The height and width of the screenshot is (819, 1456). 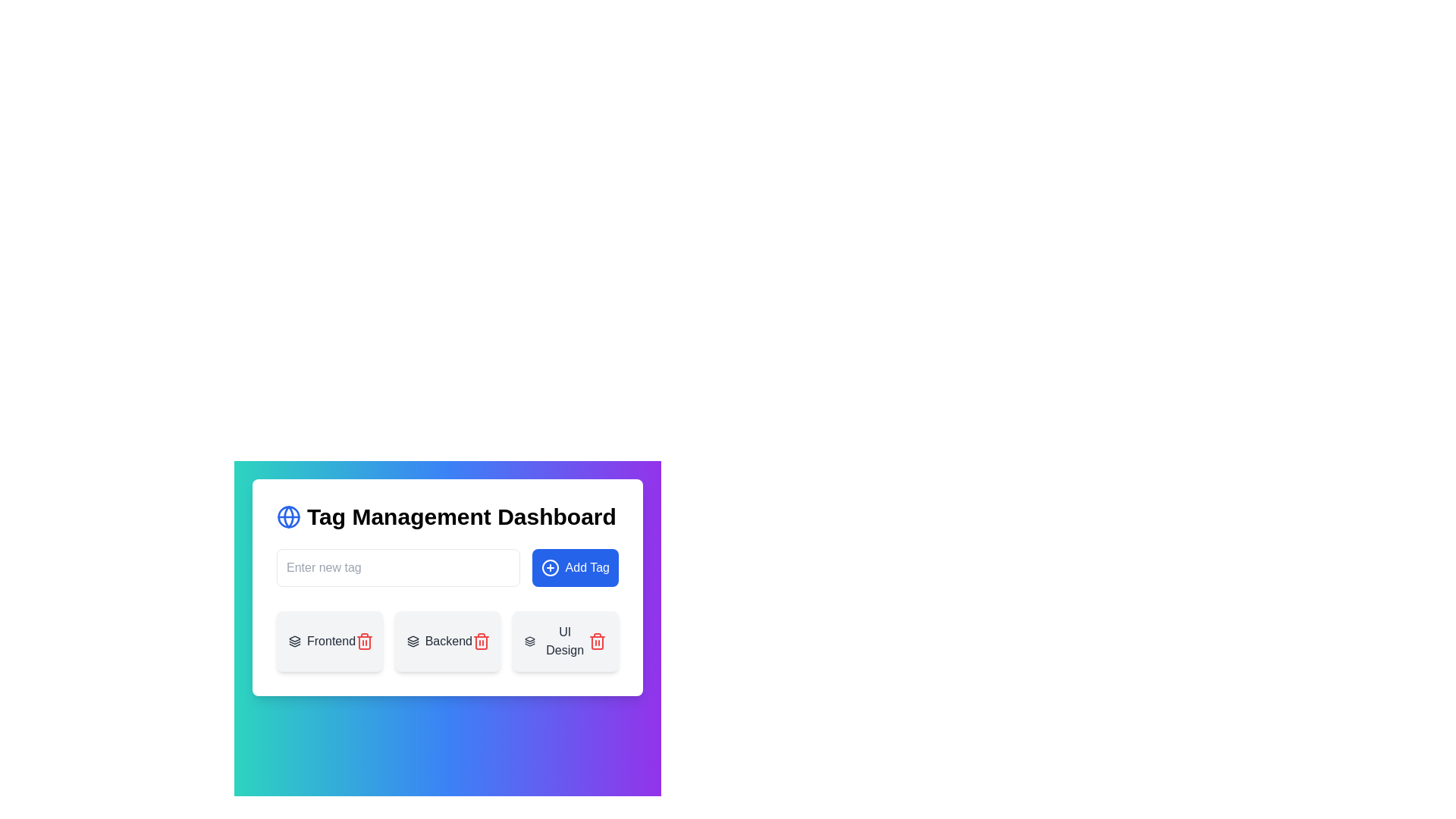 I want to click on the 'Frontend' tag icon and label for selection on the Tag Management Dashboard, so click(x=322, y=641).